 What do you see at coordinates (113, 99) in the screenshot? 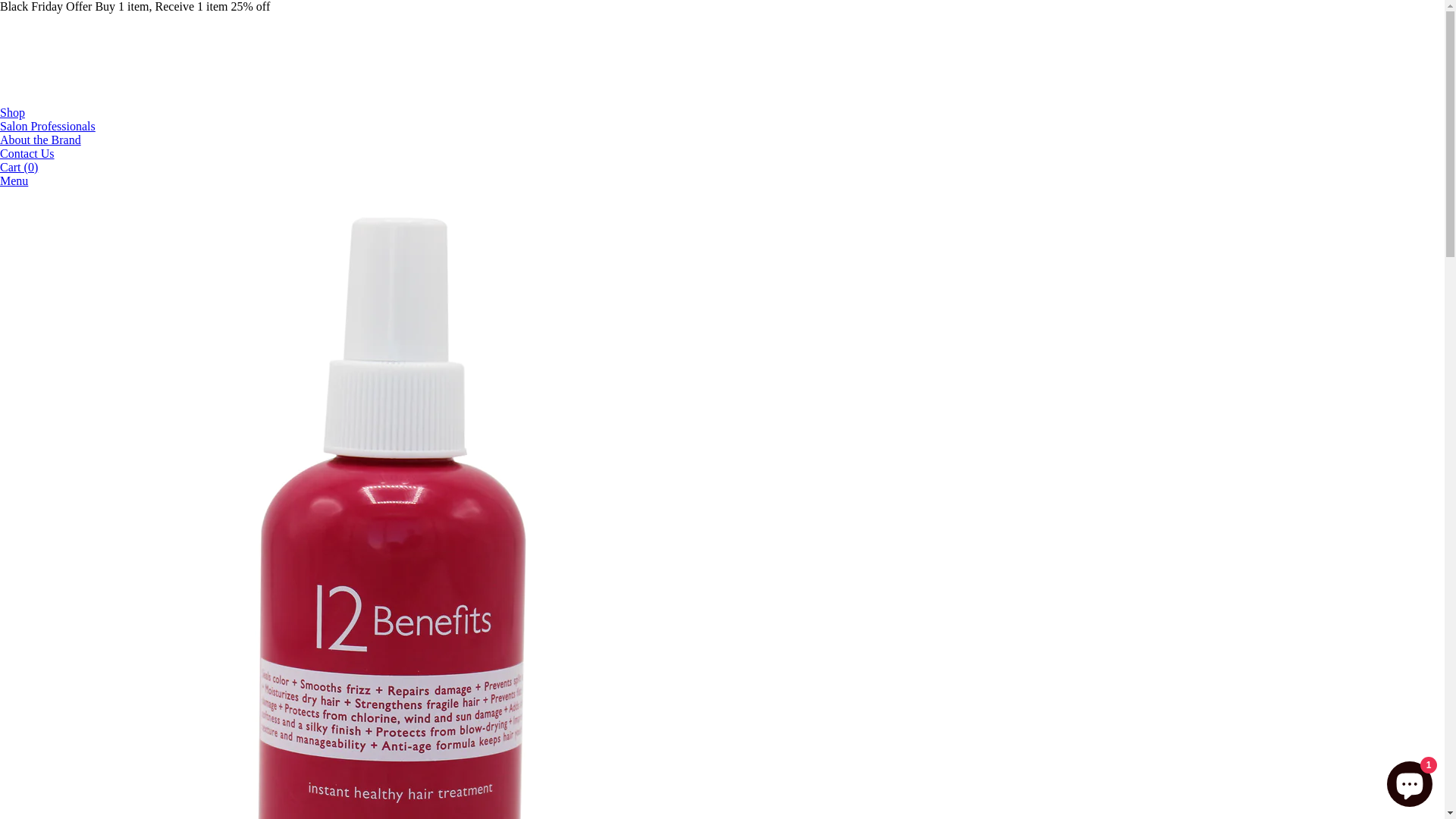
I see `'12benefits'` at bounding box center [113, 99].